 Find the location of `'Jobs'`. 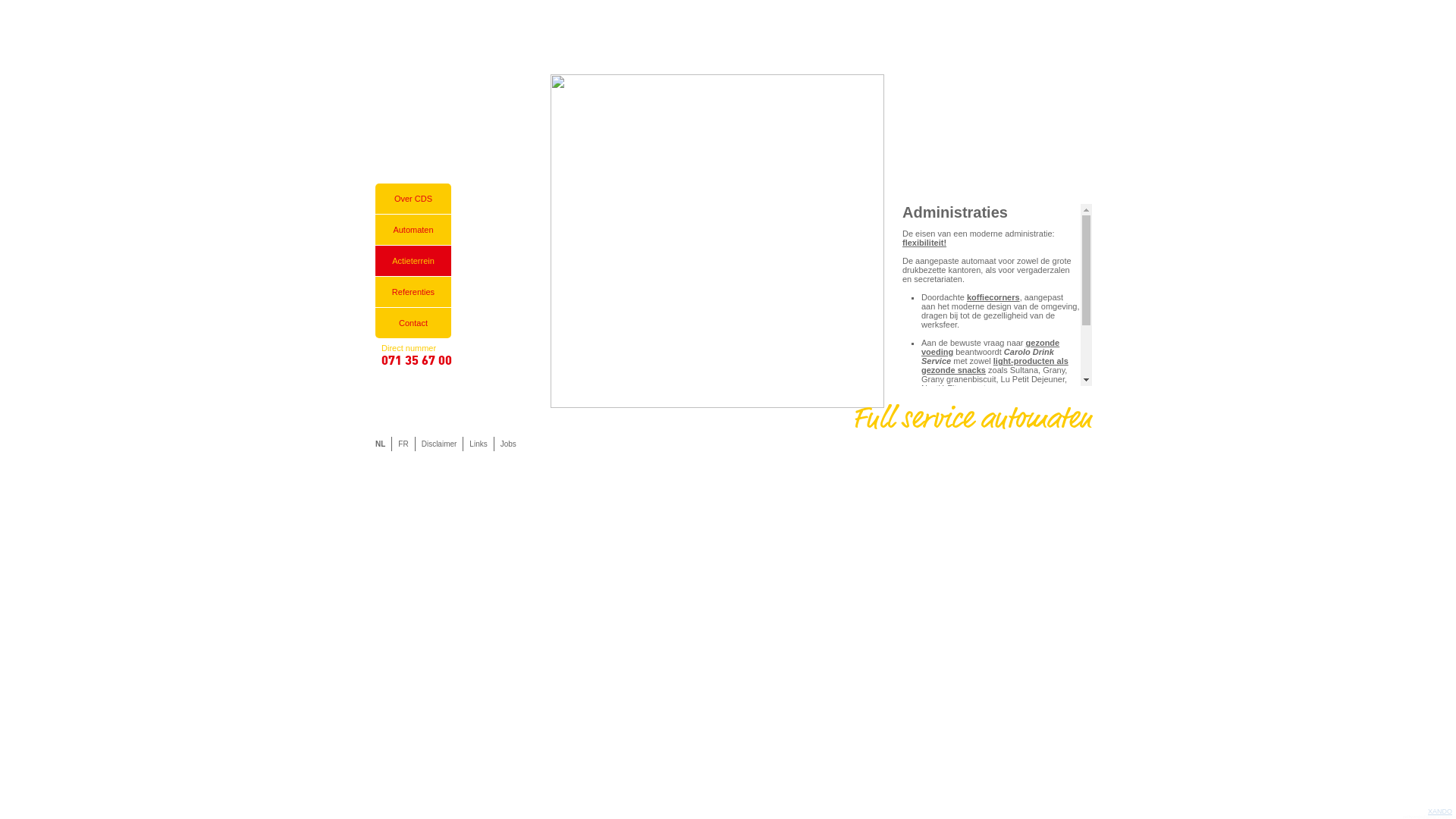

'Jobs' is located at coordinates (508, 444).